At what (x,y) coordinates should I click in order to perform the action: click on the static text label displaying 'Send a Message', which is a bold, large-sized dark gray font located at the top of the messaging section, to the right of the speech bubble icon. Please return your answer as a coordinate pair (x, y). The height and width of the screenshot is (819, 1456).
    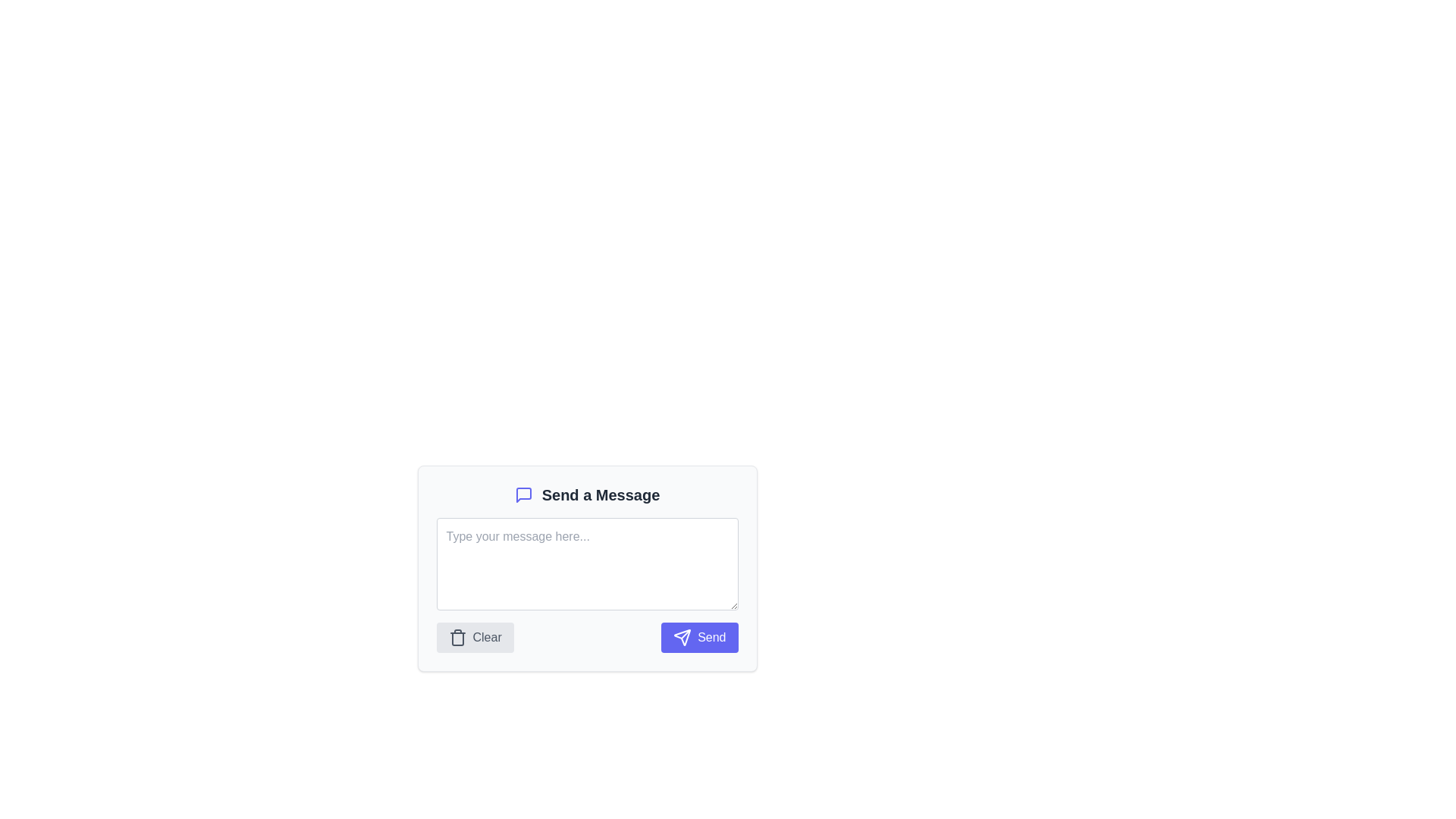
    Looking at the image, I should click on (600, 494).